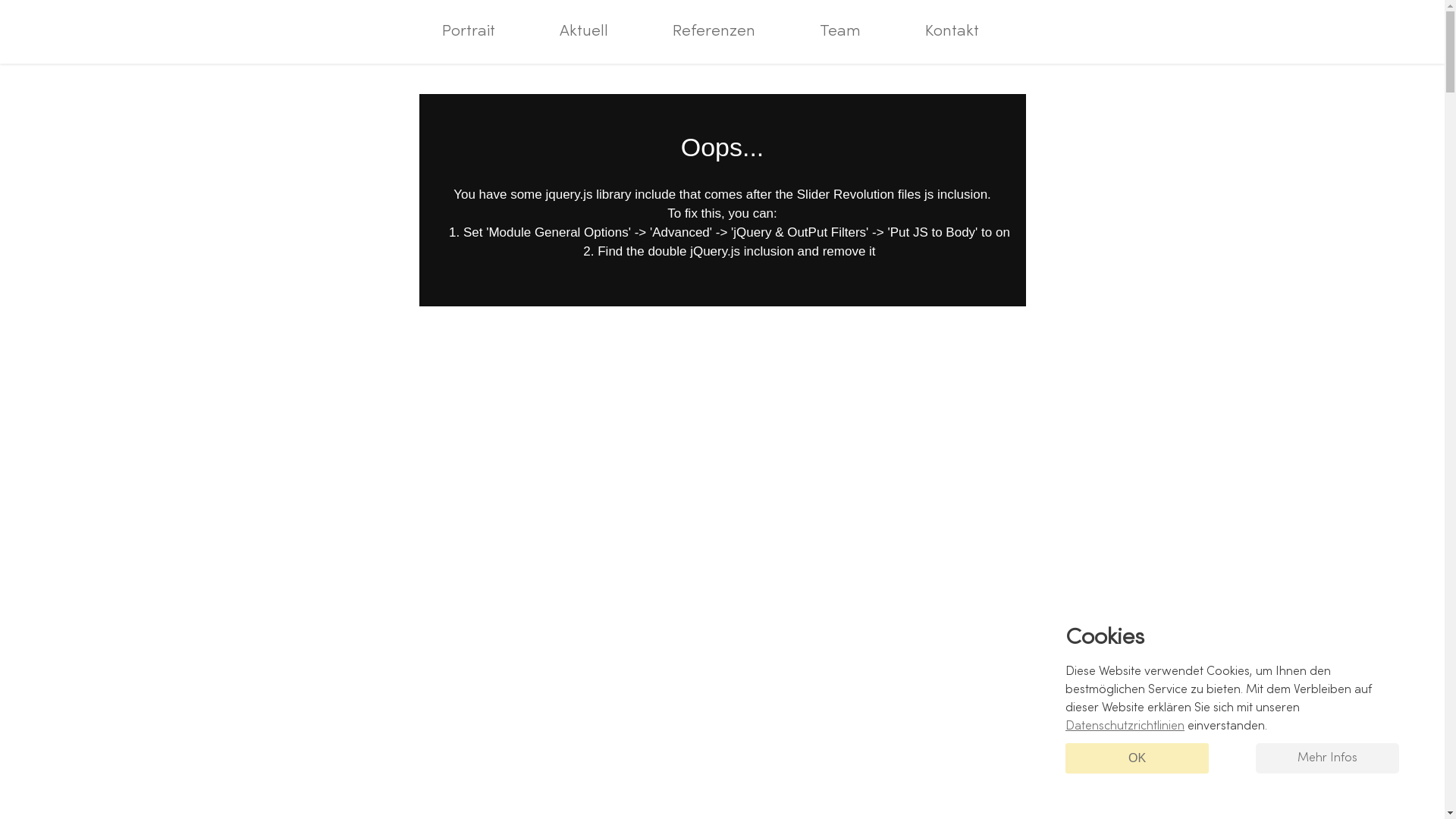  Describe the element at coordinates (468, 32) in the screenshot. I see `'Portrait'` at that location.